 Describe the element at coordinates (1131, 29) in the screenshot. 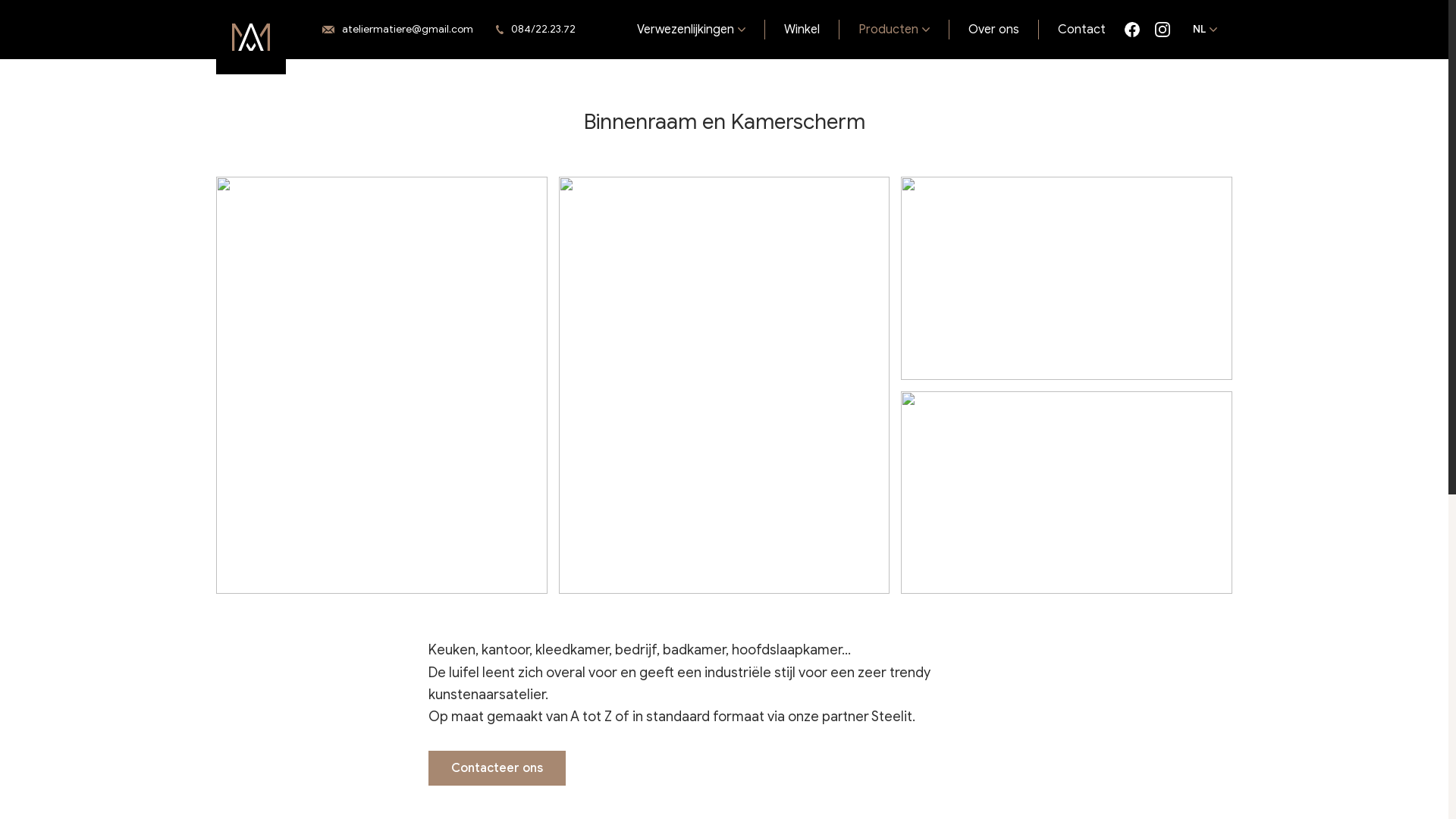

I see `'Facebook'` at that location.